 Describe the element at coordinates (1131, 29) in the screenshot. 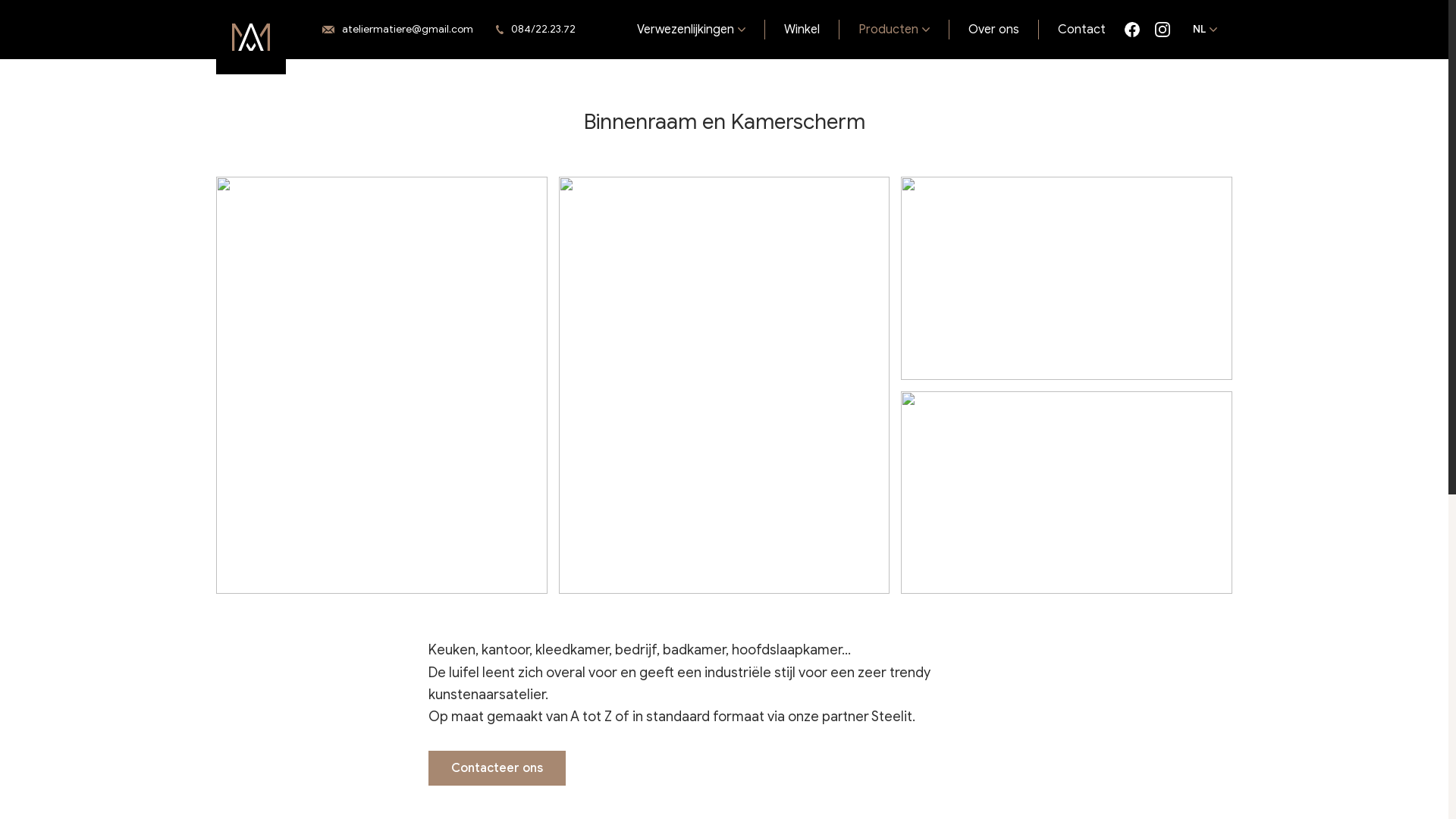

I see `'Facebook'` at that location.